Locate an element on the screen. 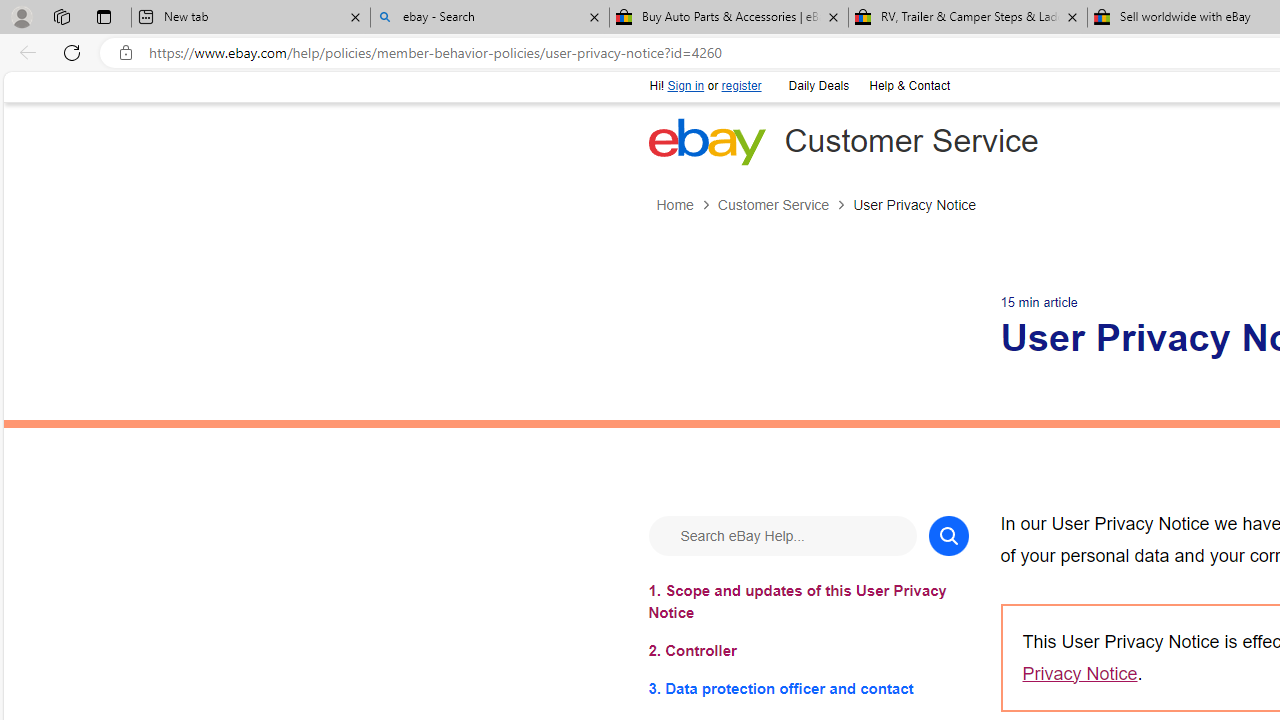 Image resolution: width=1280 pixels, height=720 pixels. 'Daily Deals' is located at coordinates (817, 83).